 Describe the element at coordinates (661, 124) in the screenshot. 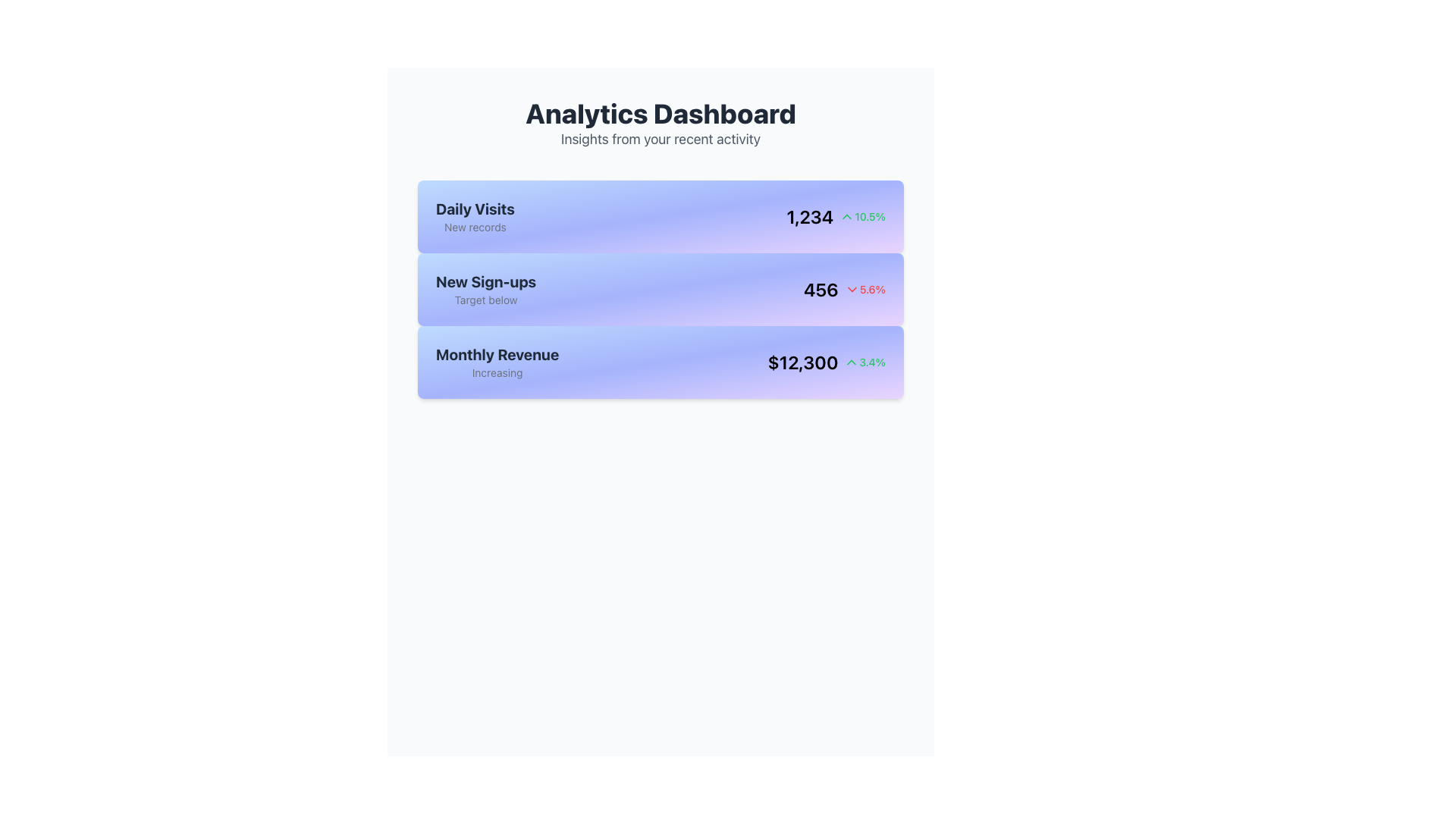

I see `the header element located at the top-center of the interface, which provides context about the analytics information on the page` at that location.